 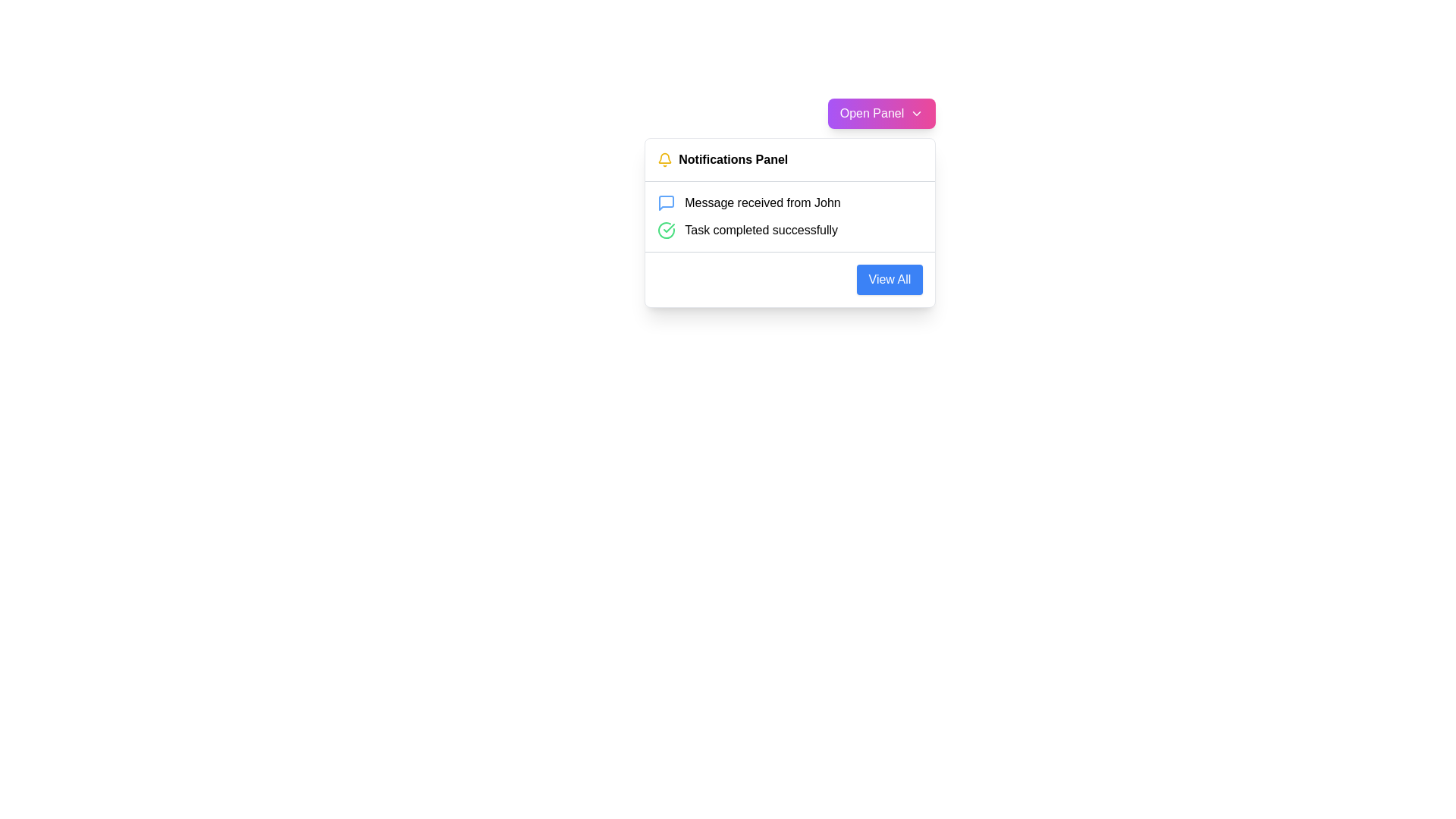 What do you see at coordinates (789, 222) in the screenshot?
I see `the notification items in the dropdown panel` at bounding box center [789, 222].